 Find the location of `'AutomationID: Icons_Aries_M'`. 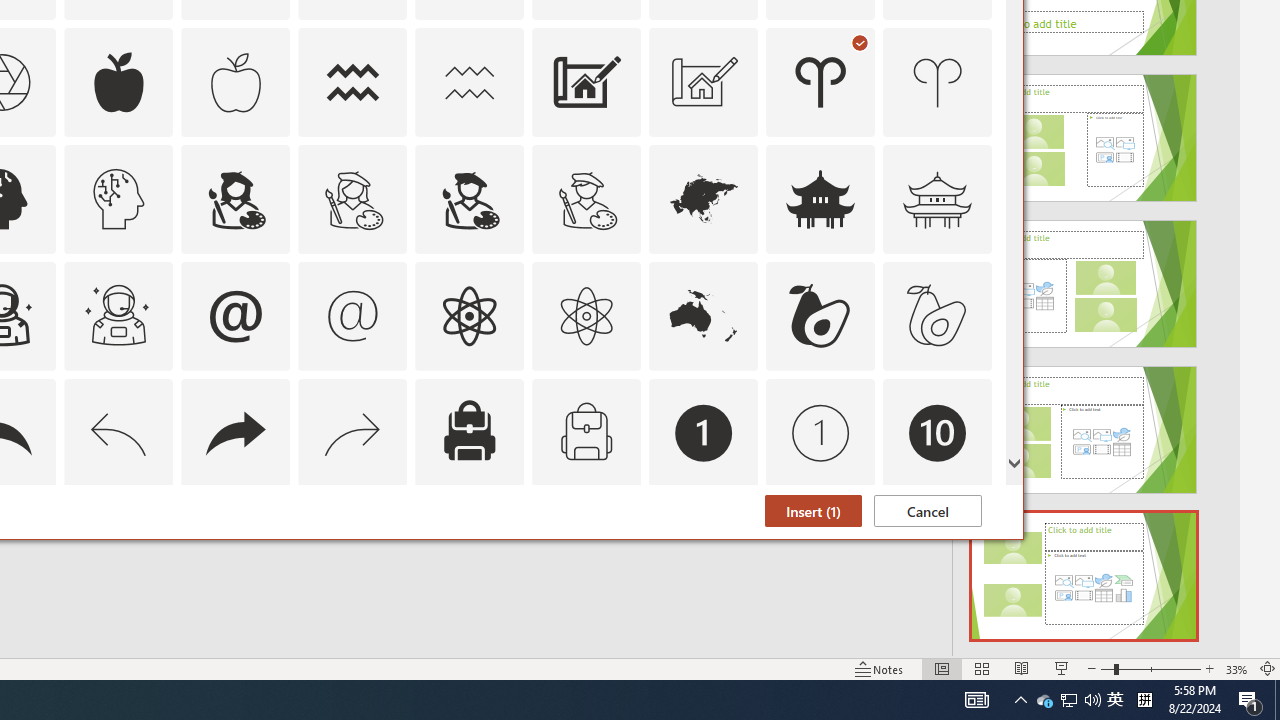

'AutomationID: Icons_Aries_M' is located at coordinates (937, 81).